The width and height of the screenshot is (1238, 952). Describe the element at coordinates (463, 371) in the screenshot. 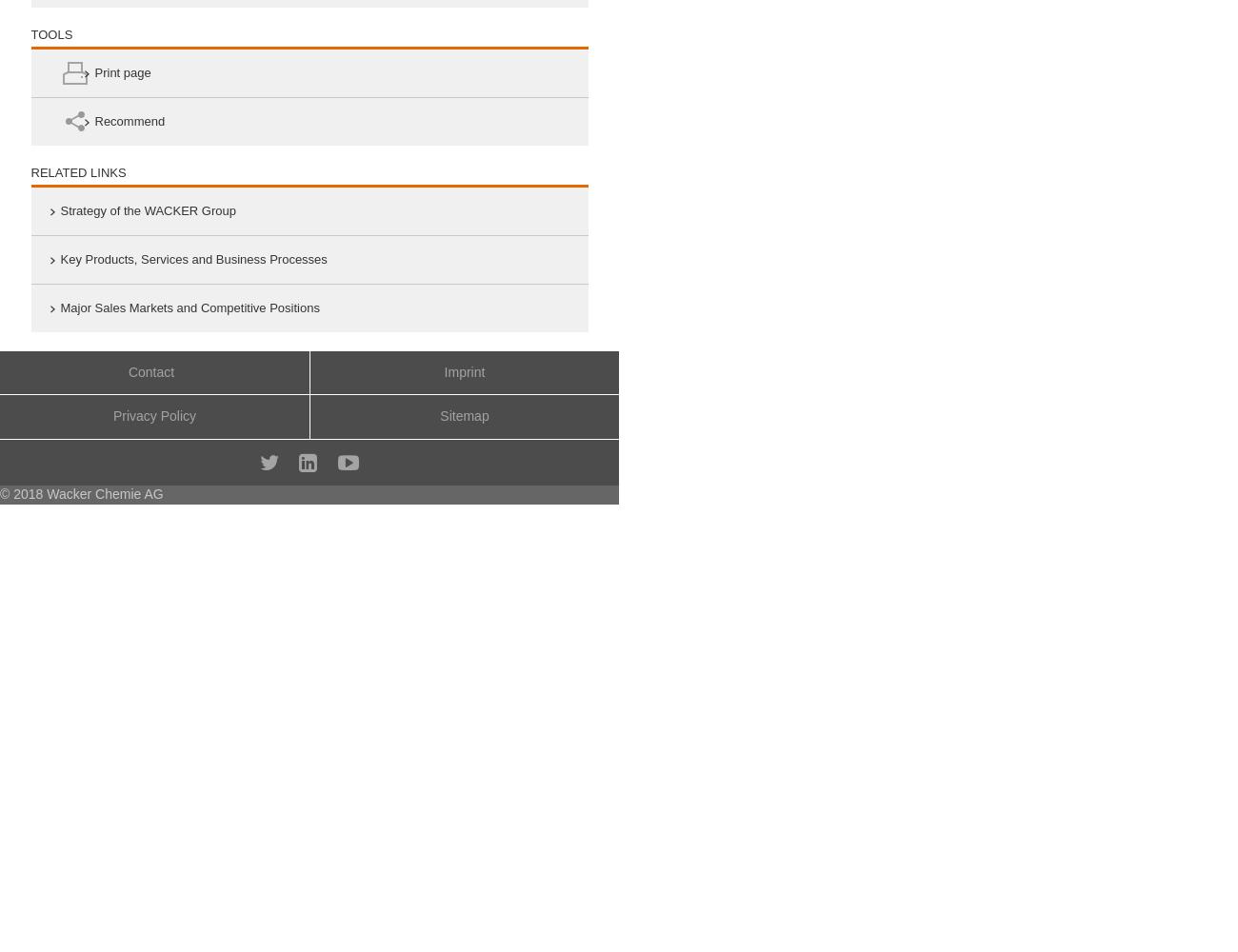

I see `'Imprint'` at that location.